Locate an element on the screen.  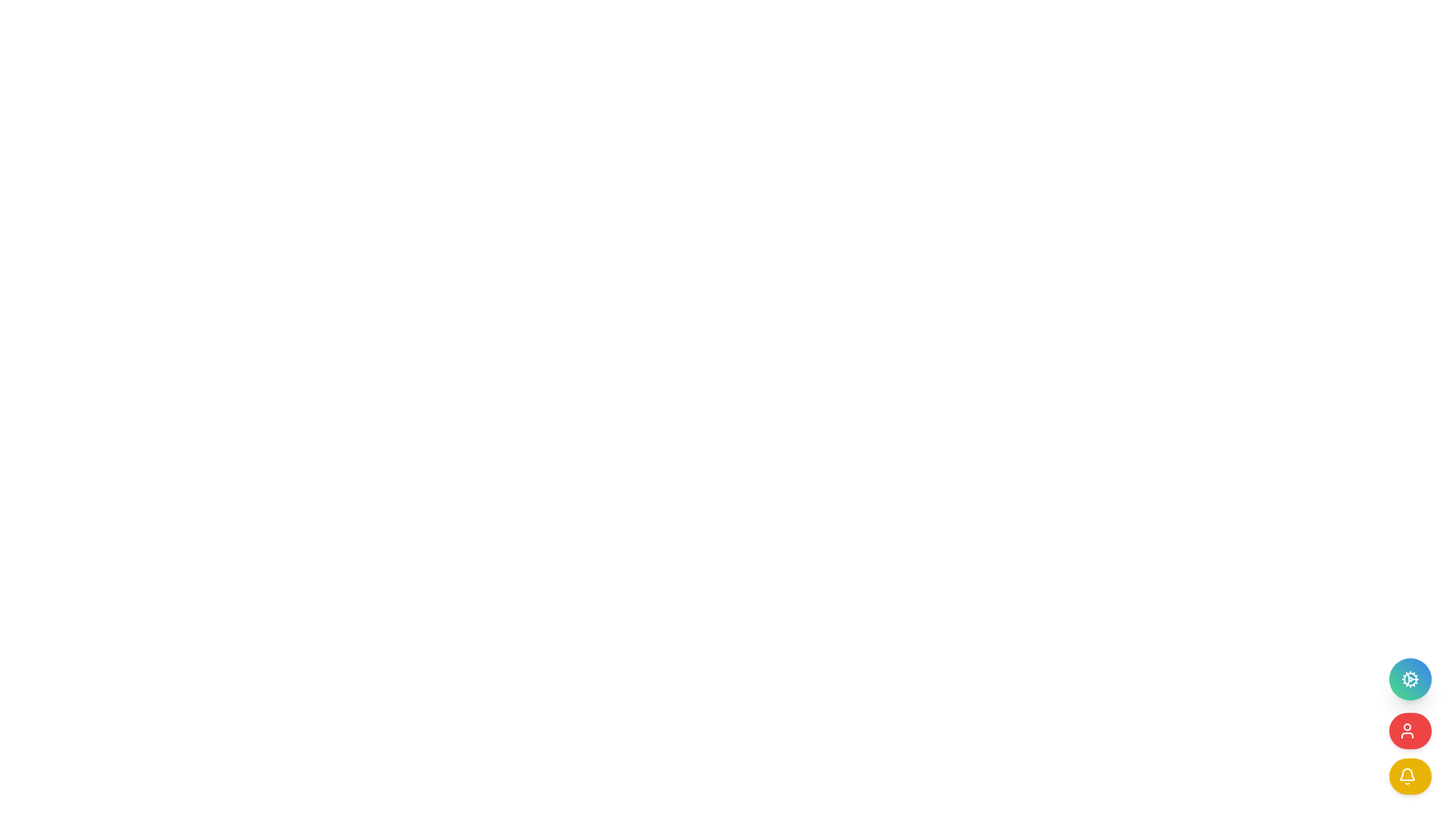
the circular button with a gradient background transitioning from green to blue, which contains a white cogwheel icon and is the topmost in a vertical arrangement of buttons in the bottom-right corner of the interface is located at coordinates (1410, 678).